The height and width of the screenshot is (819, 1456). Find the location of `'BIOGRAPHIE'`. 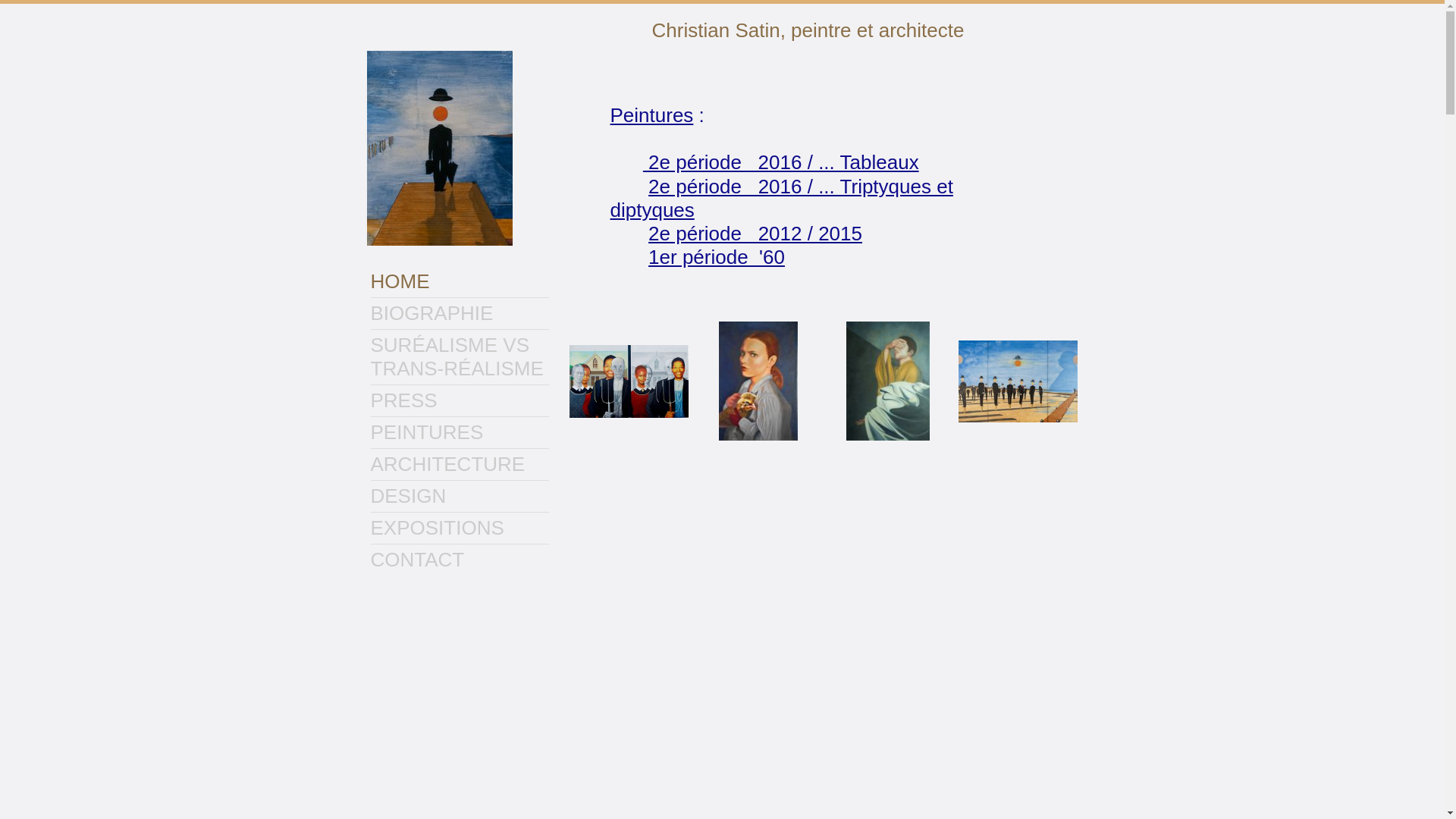

'BIOGRAPHIE' is located at coordinates (458, 312).